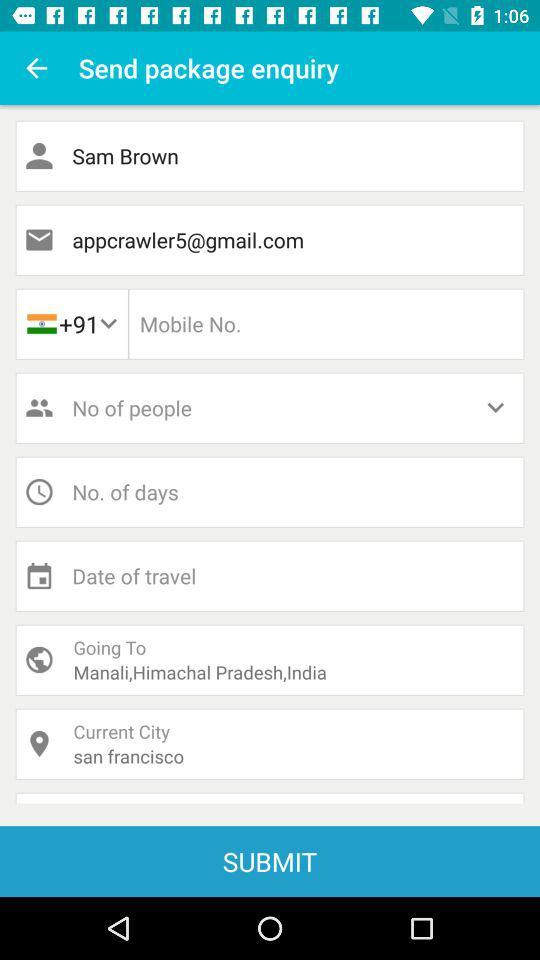 This screenshot has width=540, height=960. I want to click on the item below appcrawler5@gmail.com icon, so click(326, 324).